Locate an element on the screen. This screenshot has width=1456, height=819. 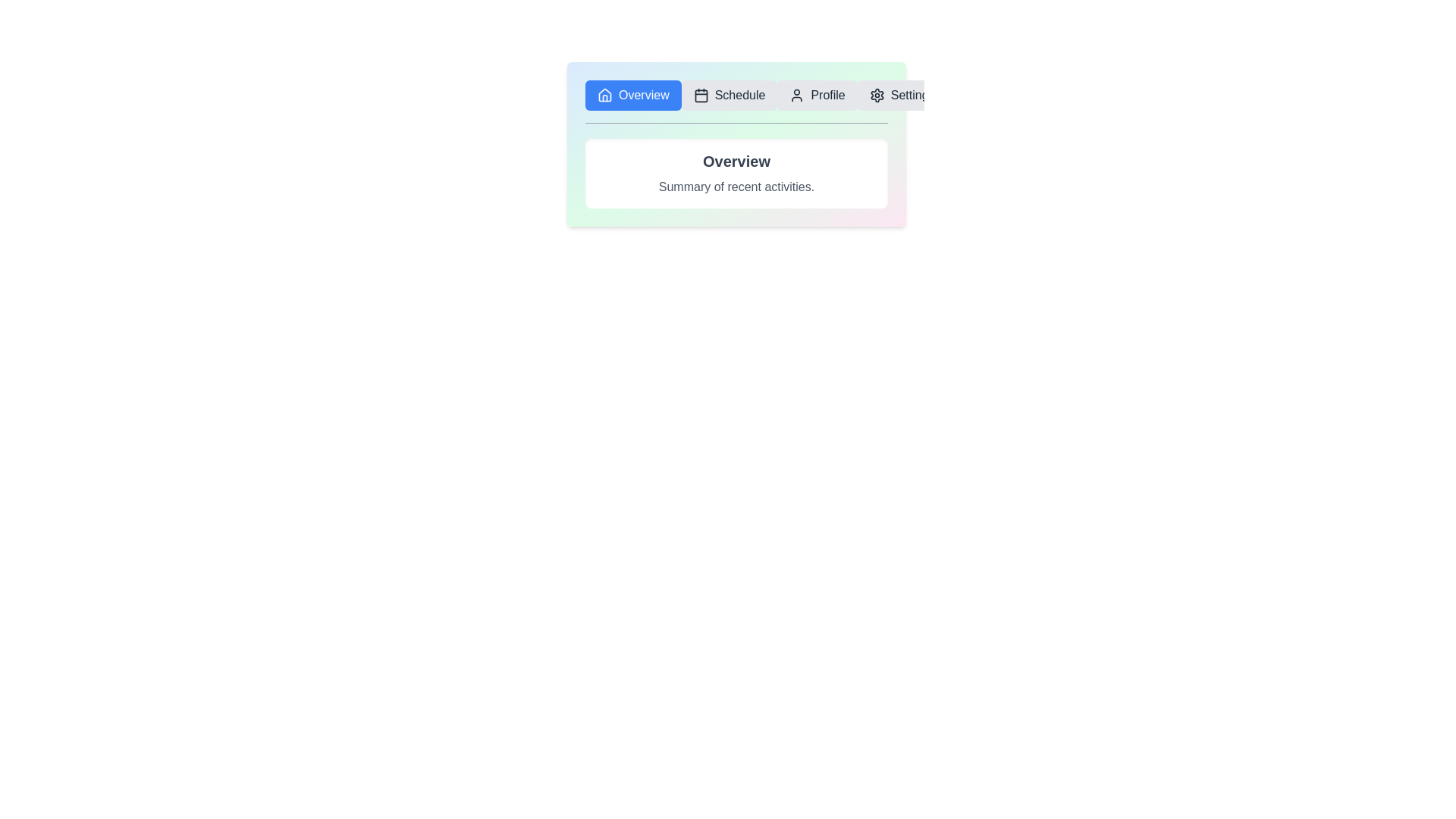
the tab labeled Profile is located at coordinates (817, 96).